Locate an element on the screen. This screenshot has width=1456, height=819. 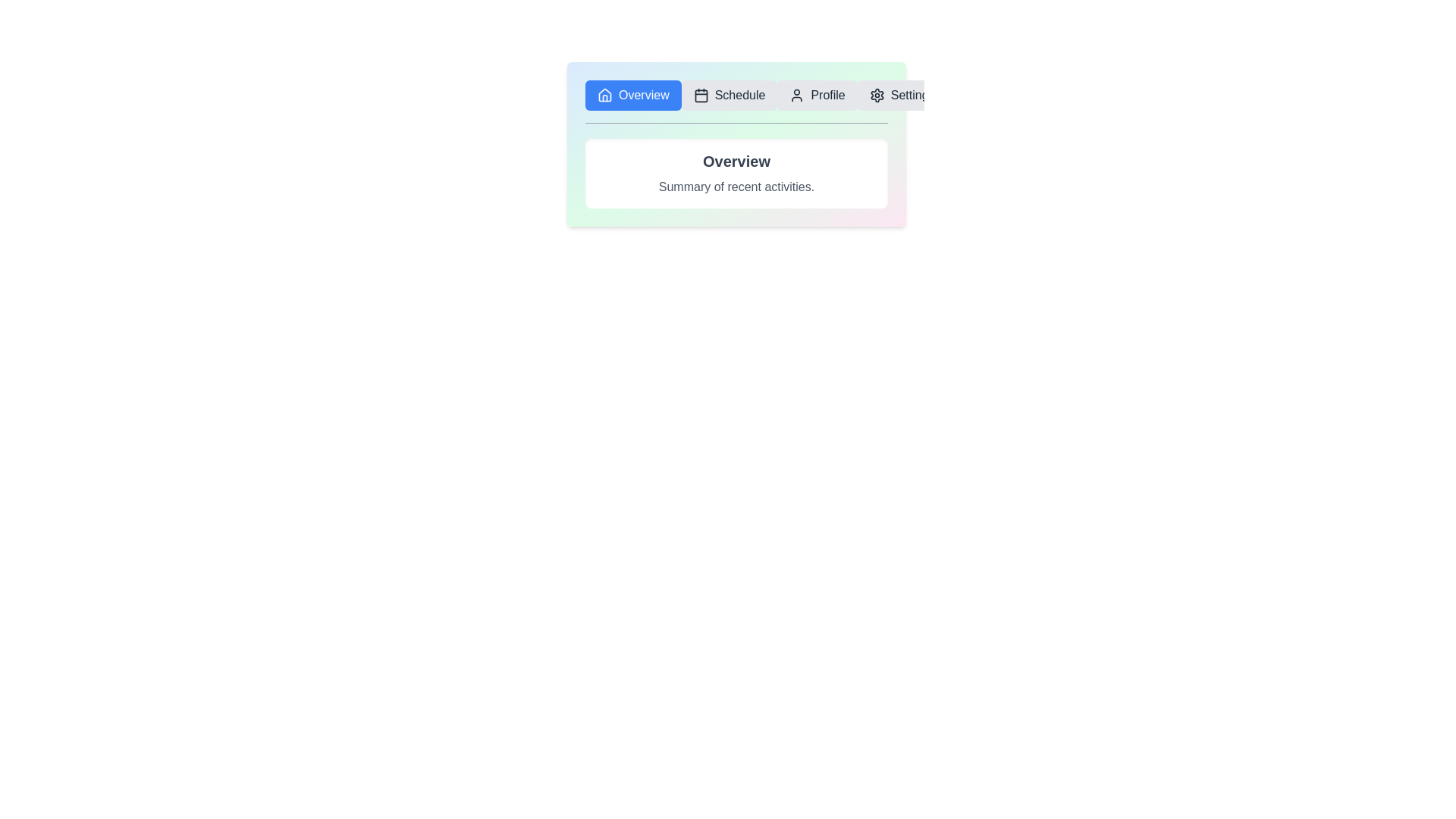
the tab labeled Profile is located at coordinates (817, 96).